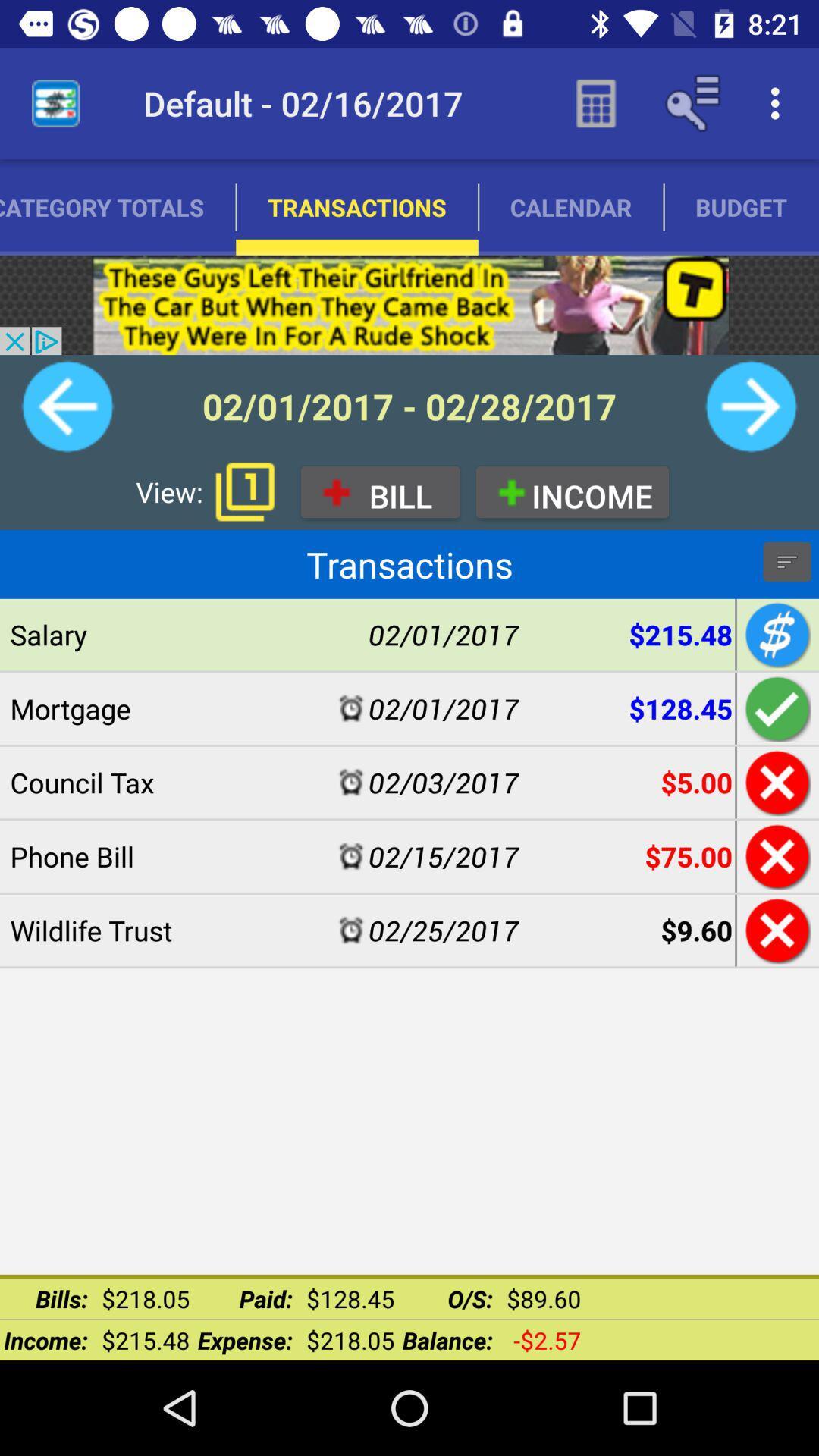 The height and width of the screenshot is (1456, 819). Describe the element at coordinates (775, 634) in the screenshot. I see `open pricing` at that location.